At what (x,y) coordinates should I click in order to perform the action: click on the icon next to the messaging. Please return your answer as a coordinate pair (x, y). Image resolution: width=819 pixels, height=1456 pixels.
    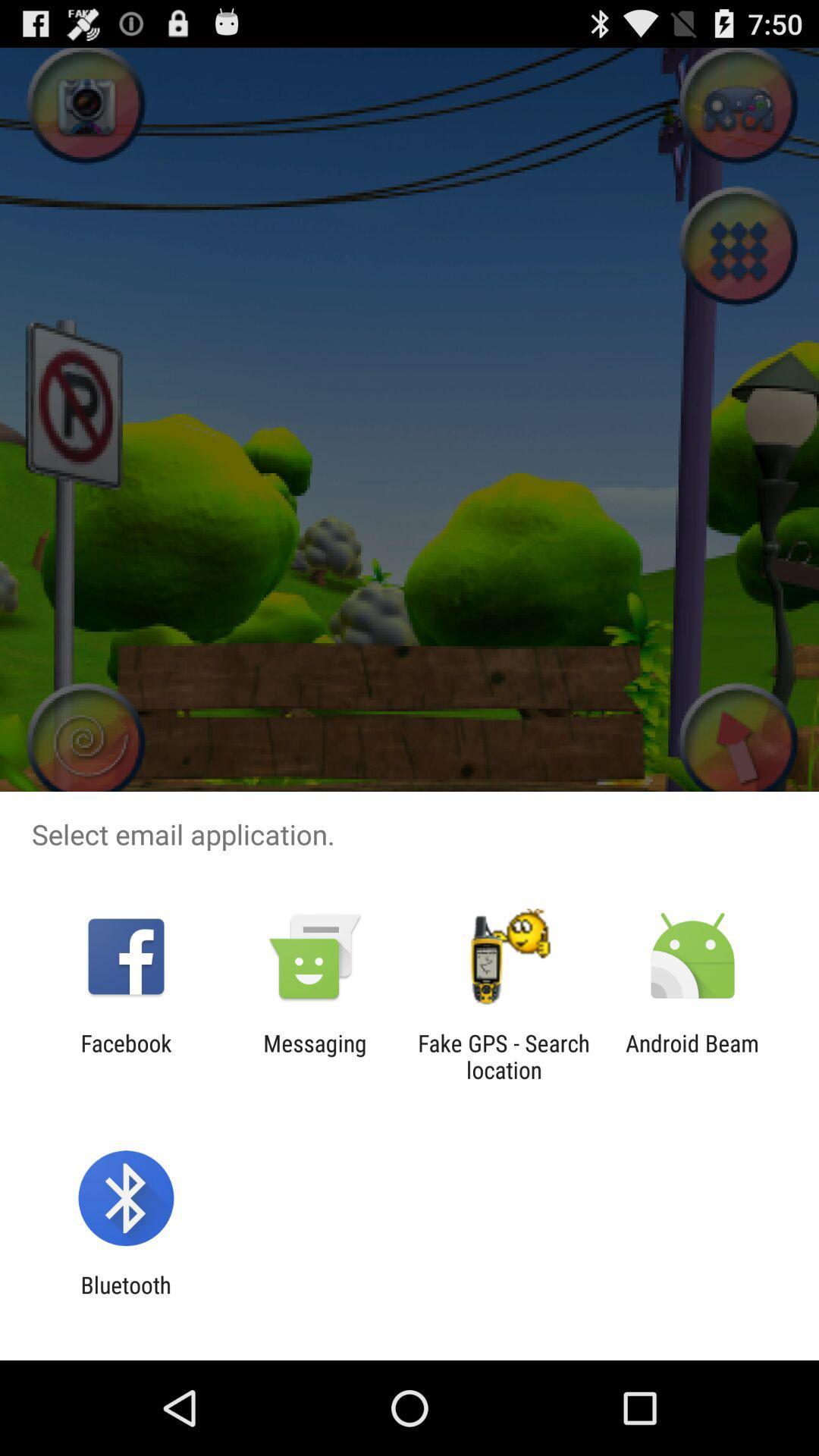
    Looking at the image, I should click on (504, 1056).